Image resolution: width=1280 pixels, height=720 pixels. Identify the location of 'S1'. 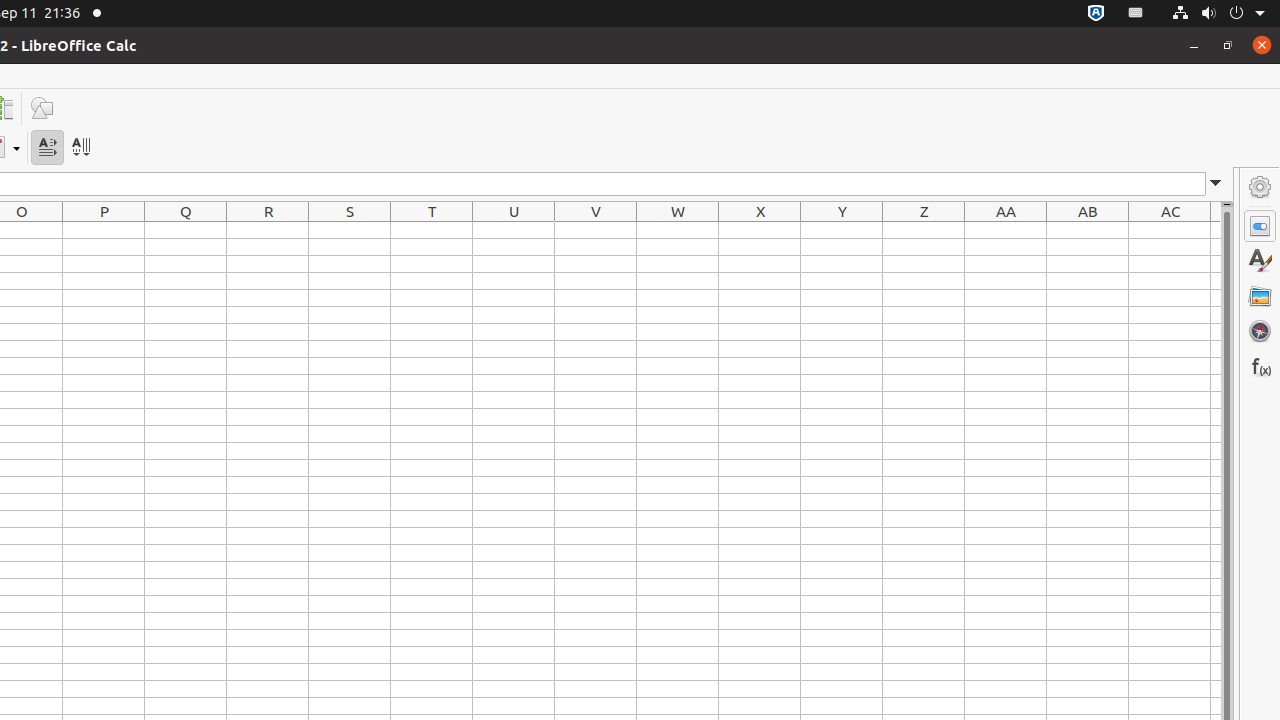
(349, 229).